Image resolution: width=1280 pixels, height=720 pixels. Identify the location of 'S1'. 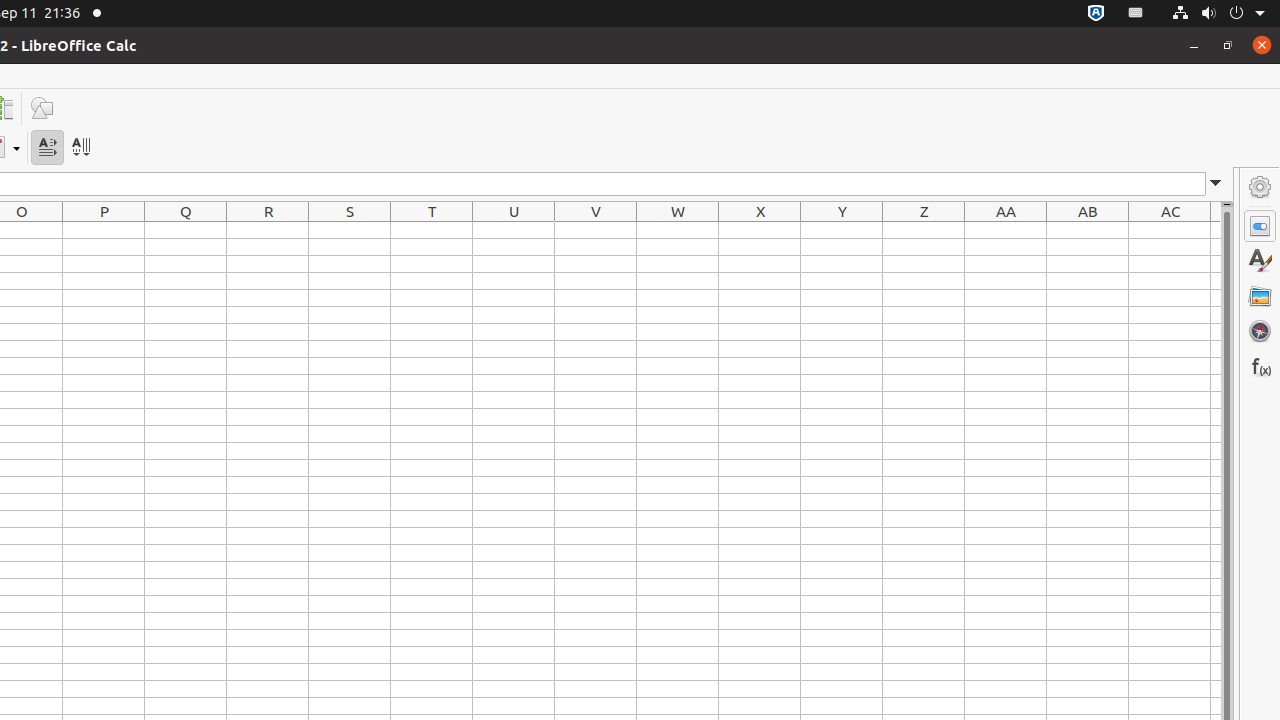
(349, 229).